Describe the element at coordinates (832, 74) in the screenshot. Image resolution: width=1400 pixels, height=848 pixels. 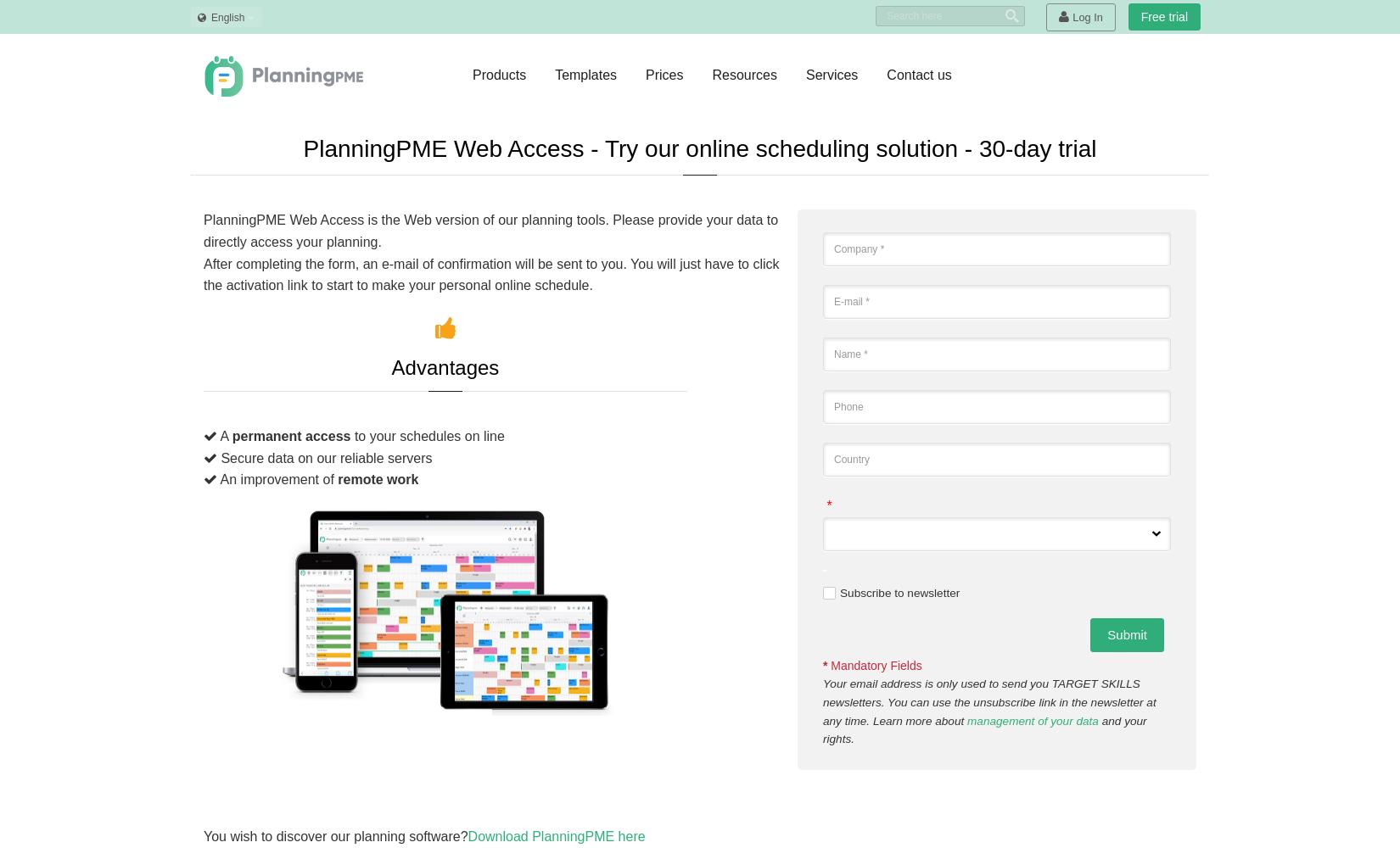
I see `'Services'` at that location.